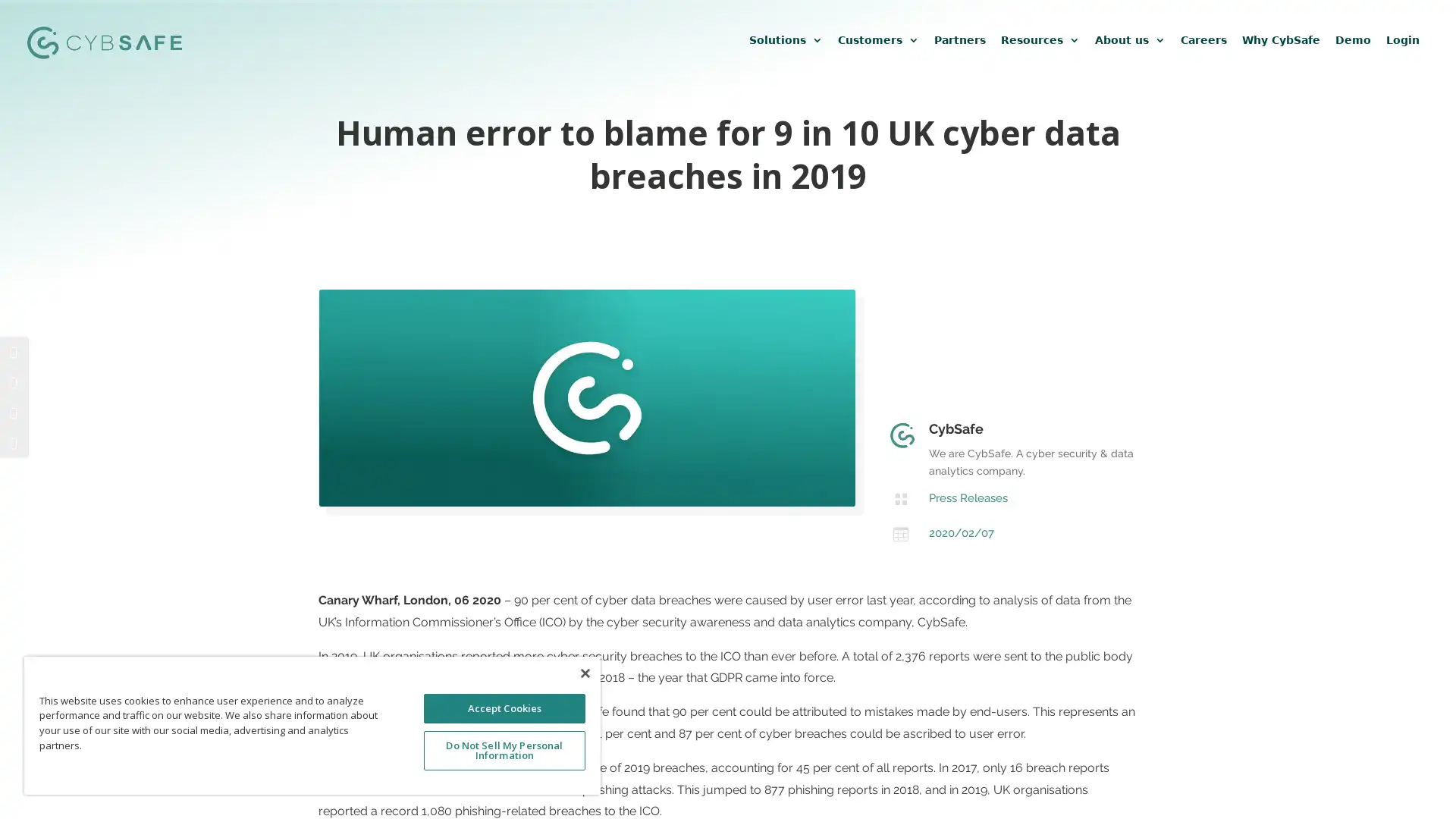 Image resolution: width=1456 pixels, height=819 pixels. I want to click on Do Not Sell My Personal Information, so click(504, 749).